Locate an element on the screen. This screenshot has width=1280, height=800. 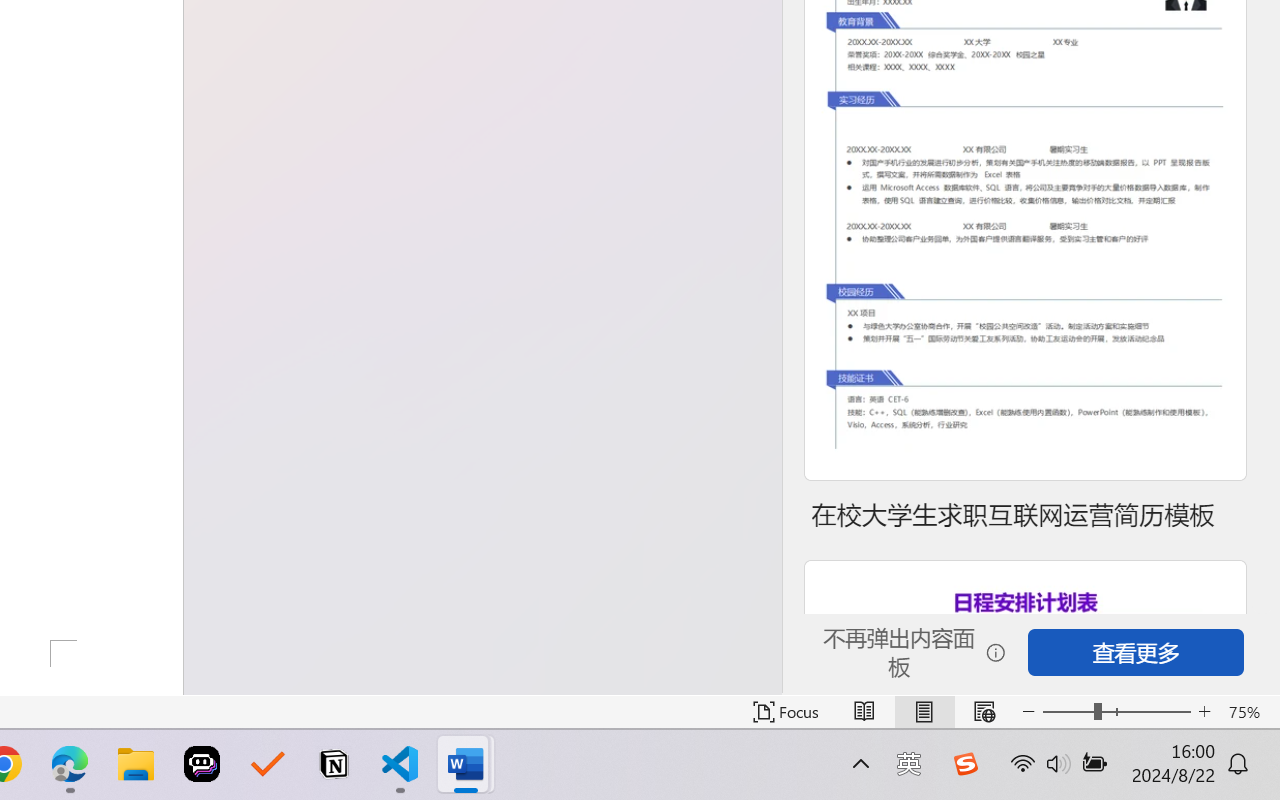
'Zoom In' is located at coordinates (1204, 711).